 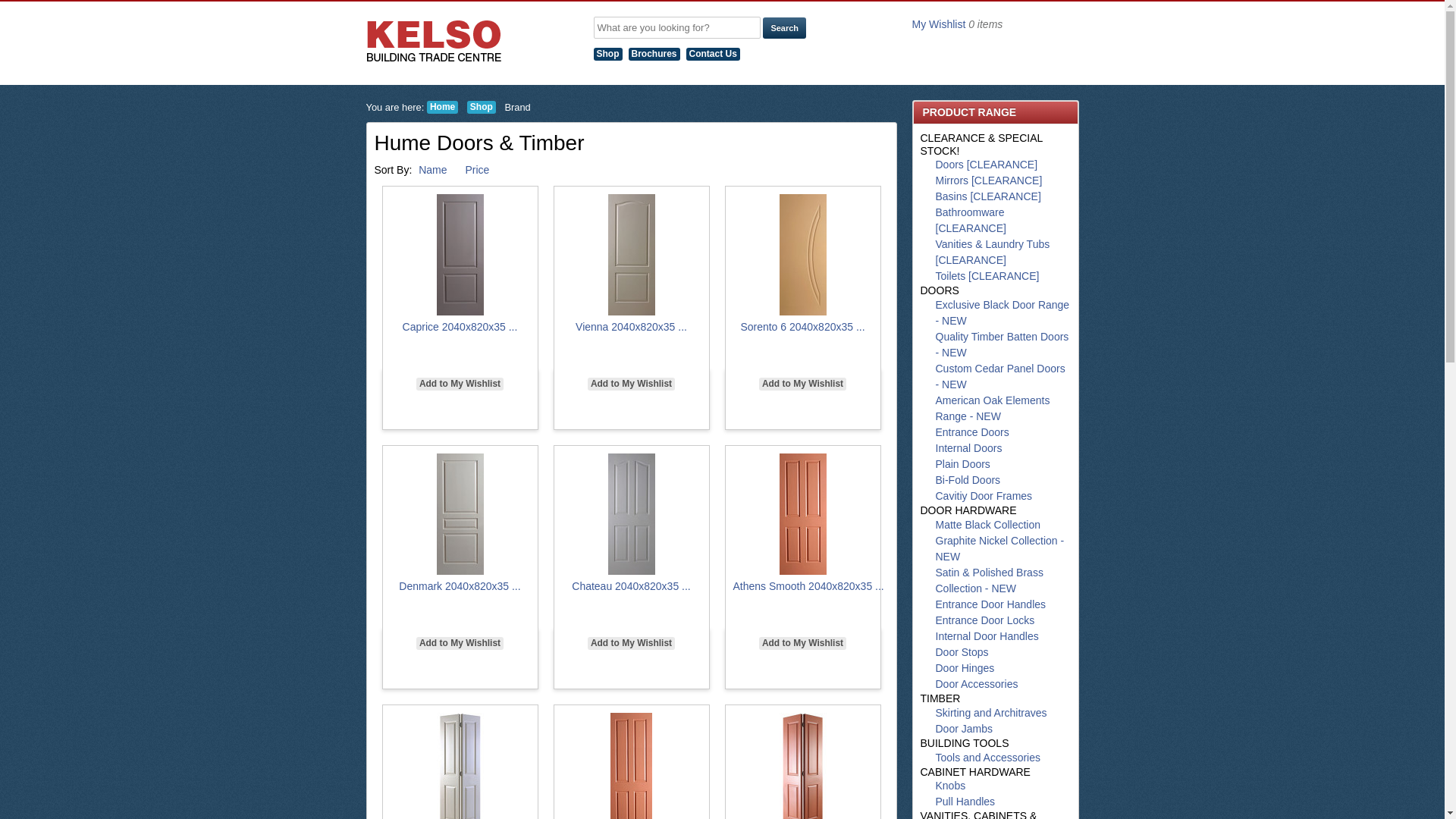 What do you see at coordinates (972, 432) in the screenshot?
I see `'Entrance Doors'` at bounding box center [972, 432].